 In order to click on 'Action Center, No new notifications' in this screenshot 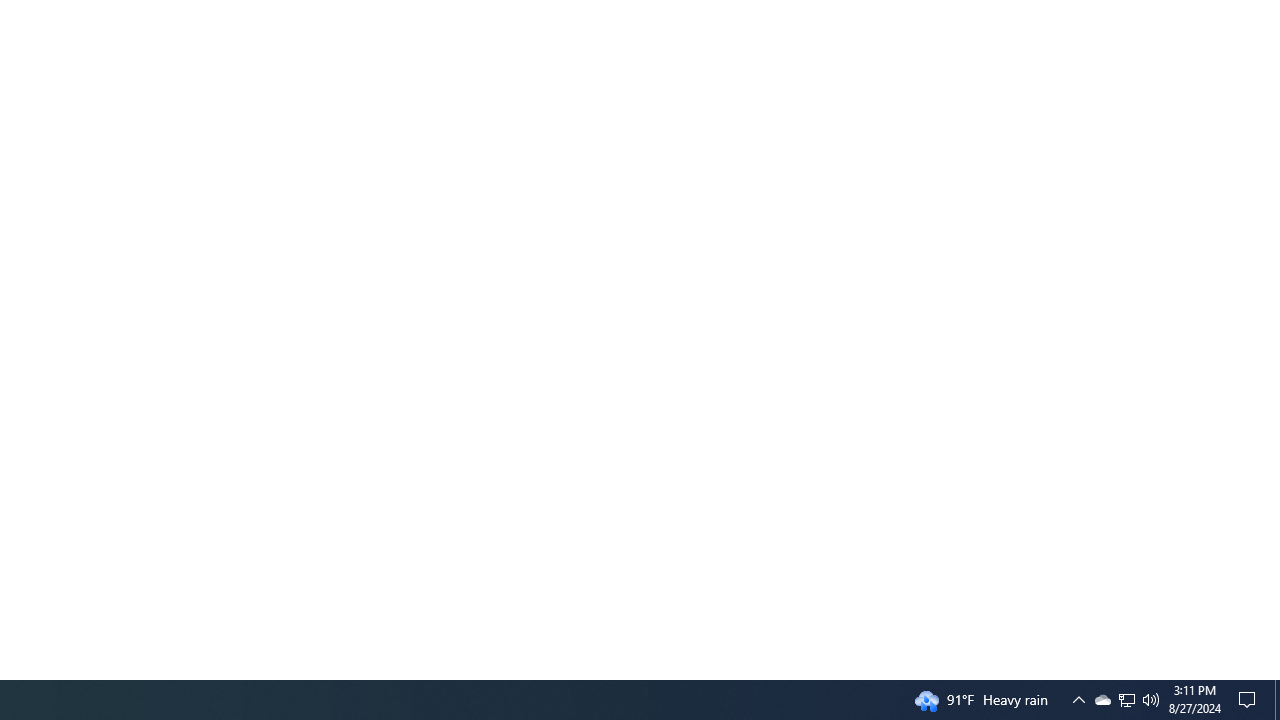, I will do `click(1276, 698)`.